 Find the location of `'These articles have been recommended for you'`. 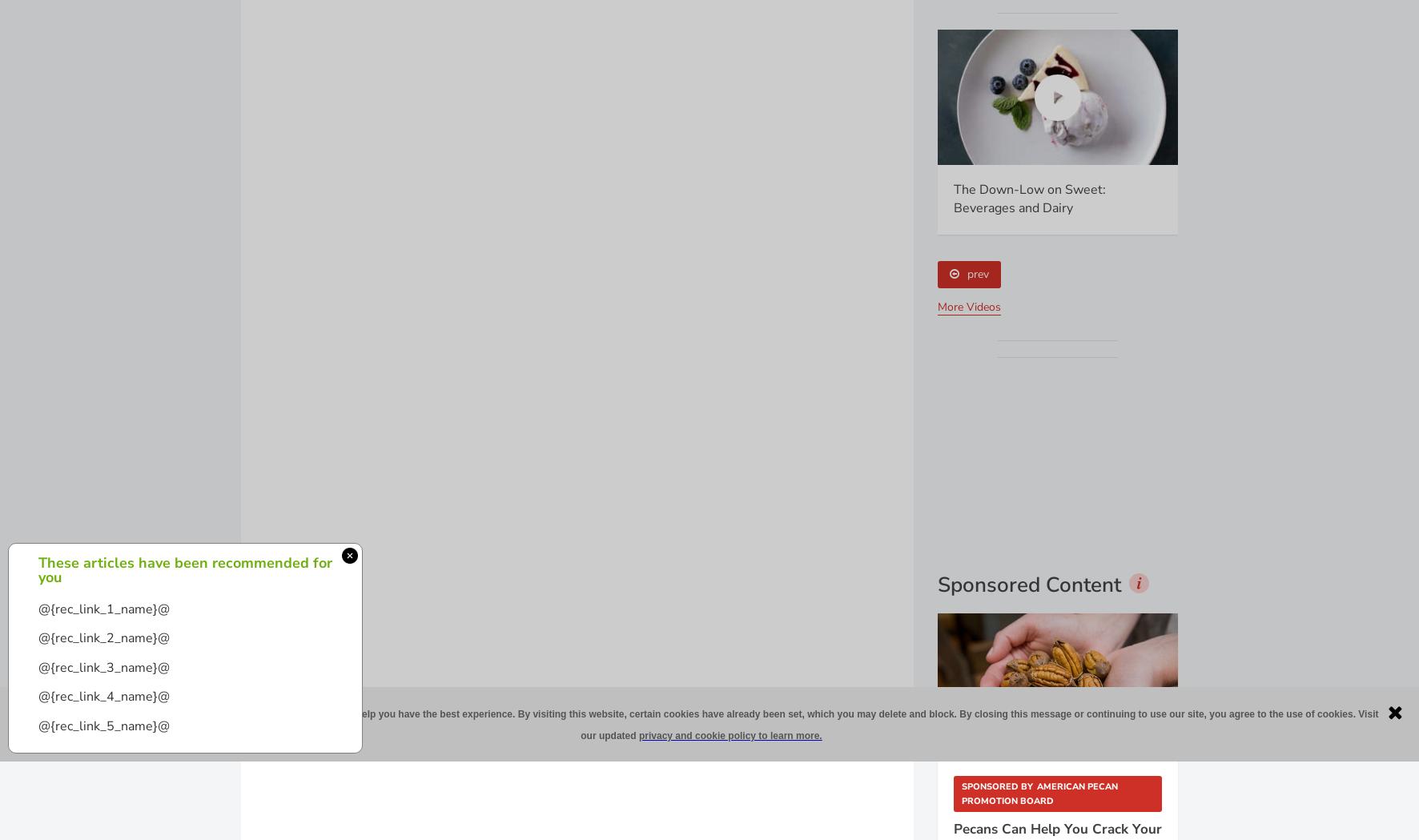

'These articles have been recommended for you' is located at coordinates (184, 569).